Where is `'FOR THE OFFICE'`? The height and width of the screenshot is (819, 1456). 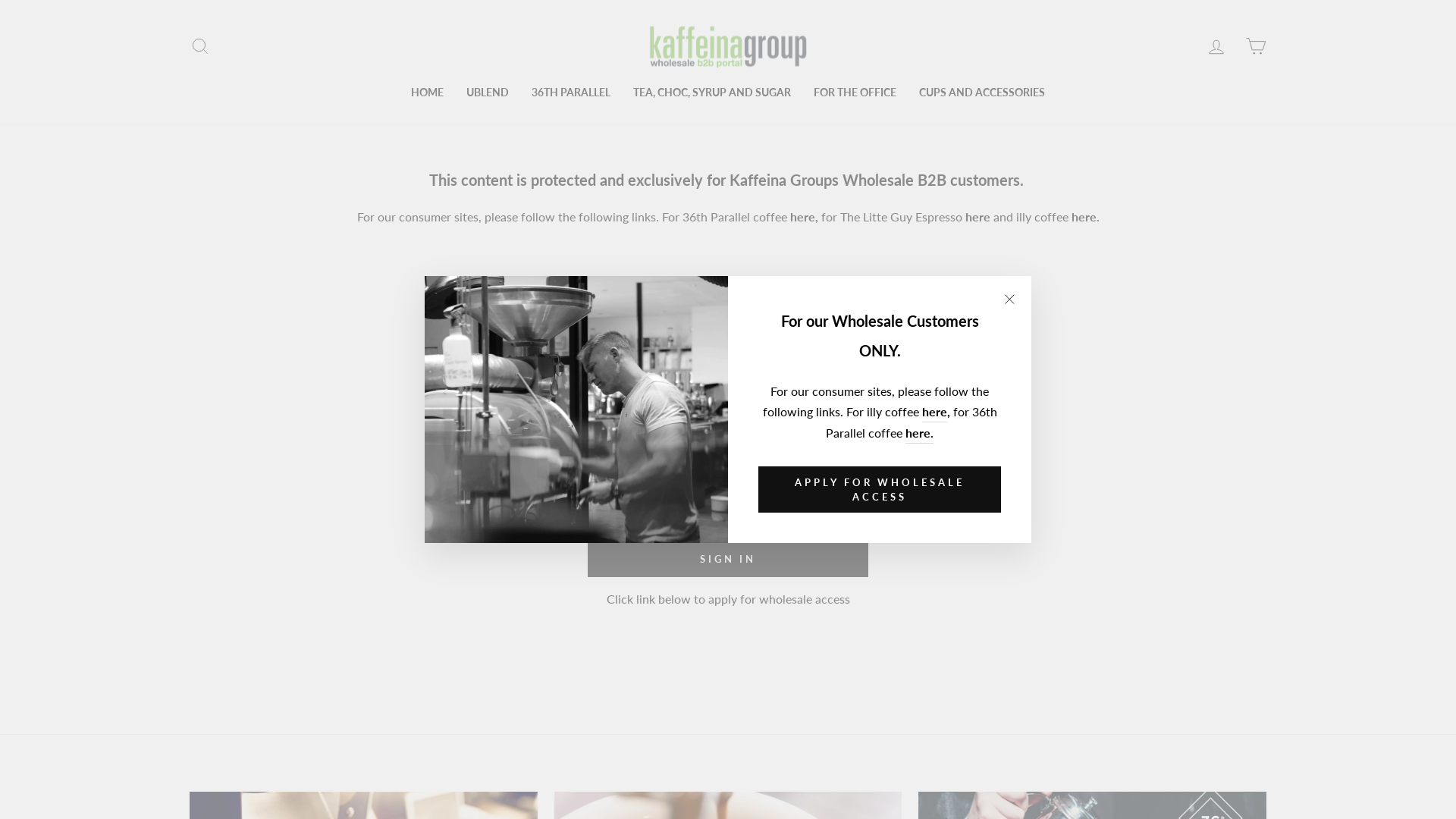
'FOR THE OFFICE' is located at coordinates (801, 93).